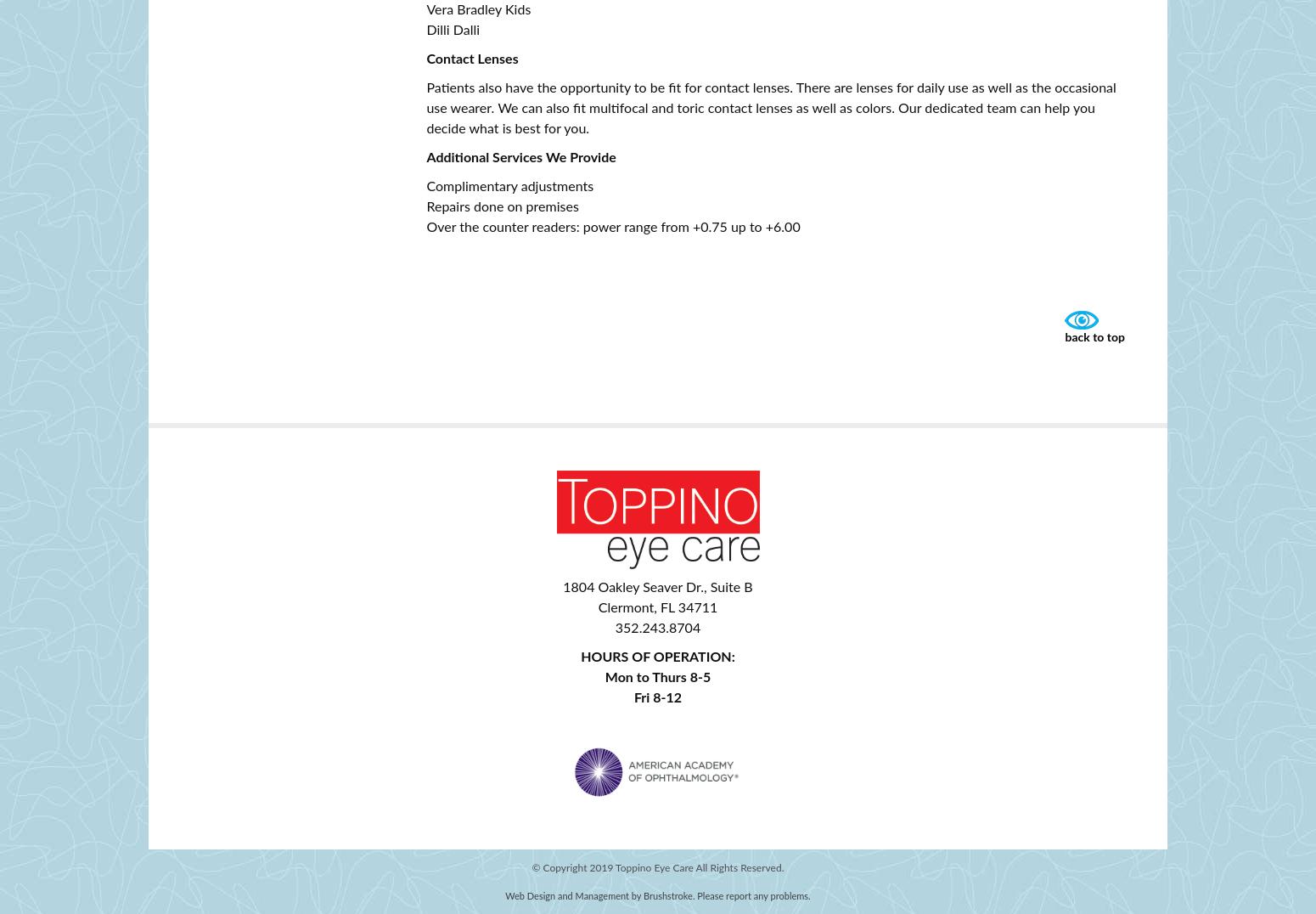 This screenshot has height=914, width=1316. What do you see at coordinates (657, 677) in the screenshot?
I see `'Mon to Thurs 8-5'` at bounding box center [657, 677].